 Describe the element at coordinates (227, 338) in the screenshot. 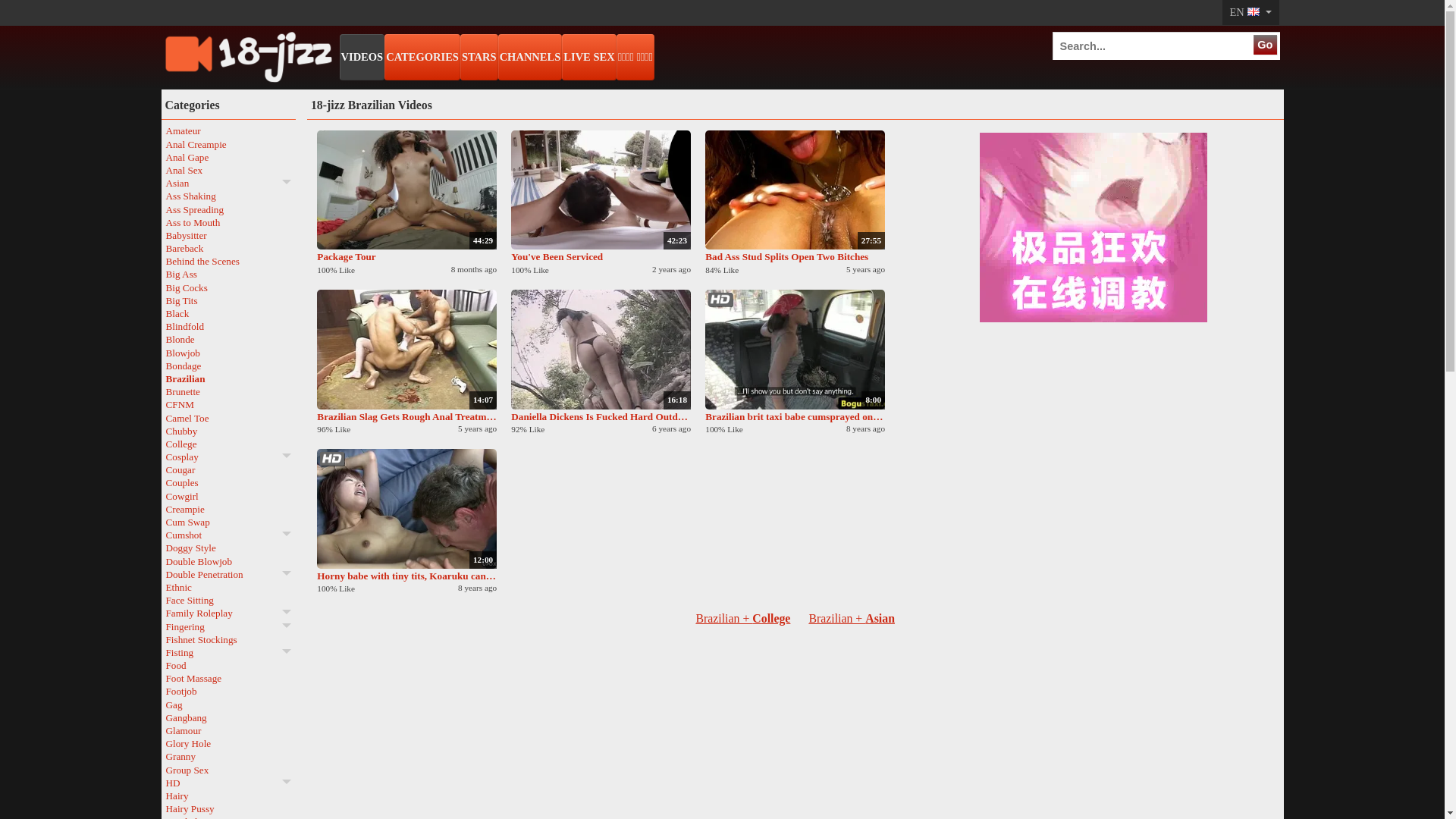

I see `'Blonde'` at that location.